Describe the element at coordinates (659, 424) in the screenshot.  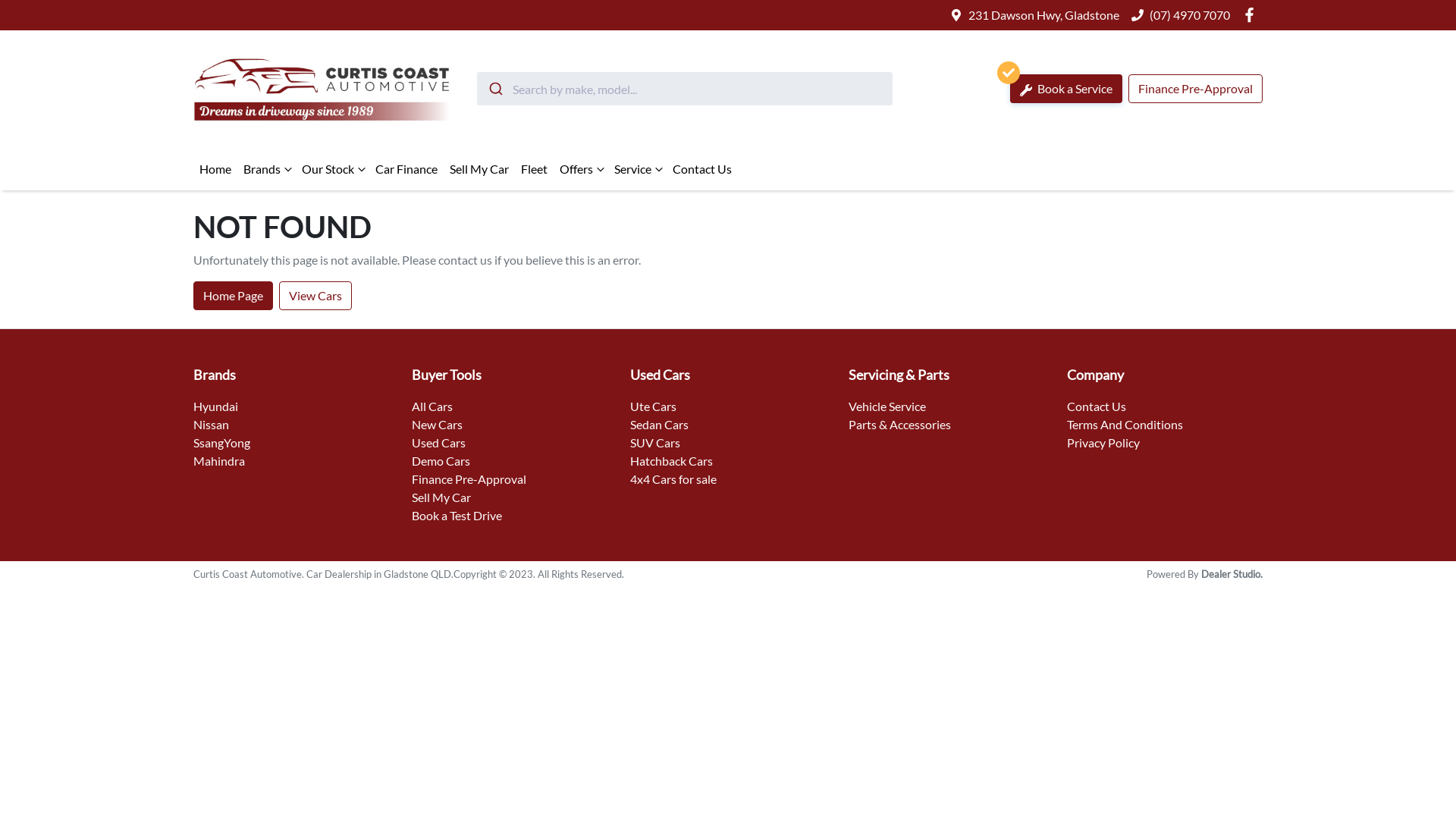
I see `'Sedan Cars'` at that location.